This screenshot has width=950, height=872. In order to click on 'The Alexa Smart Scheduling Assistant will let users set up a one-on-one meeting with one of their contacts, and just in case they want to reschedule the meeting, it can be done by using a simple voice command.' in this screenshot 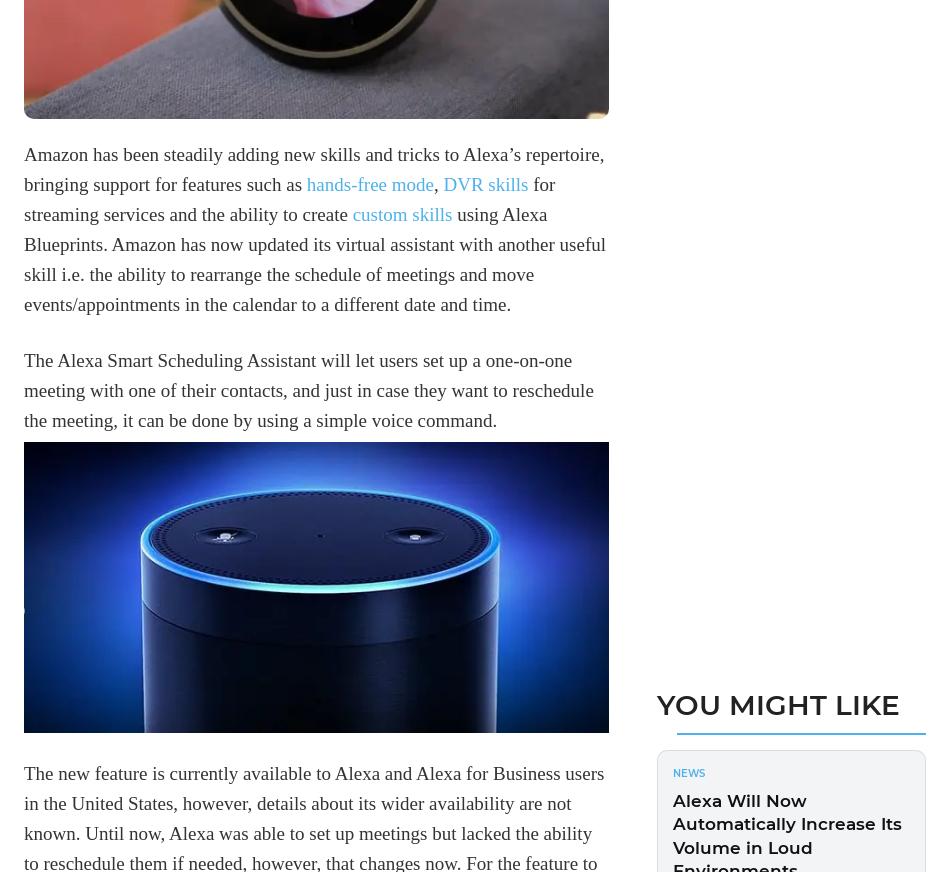, I will do `click(307, 389)`.